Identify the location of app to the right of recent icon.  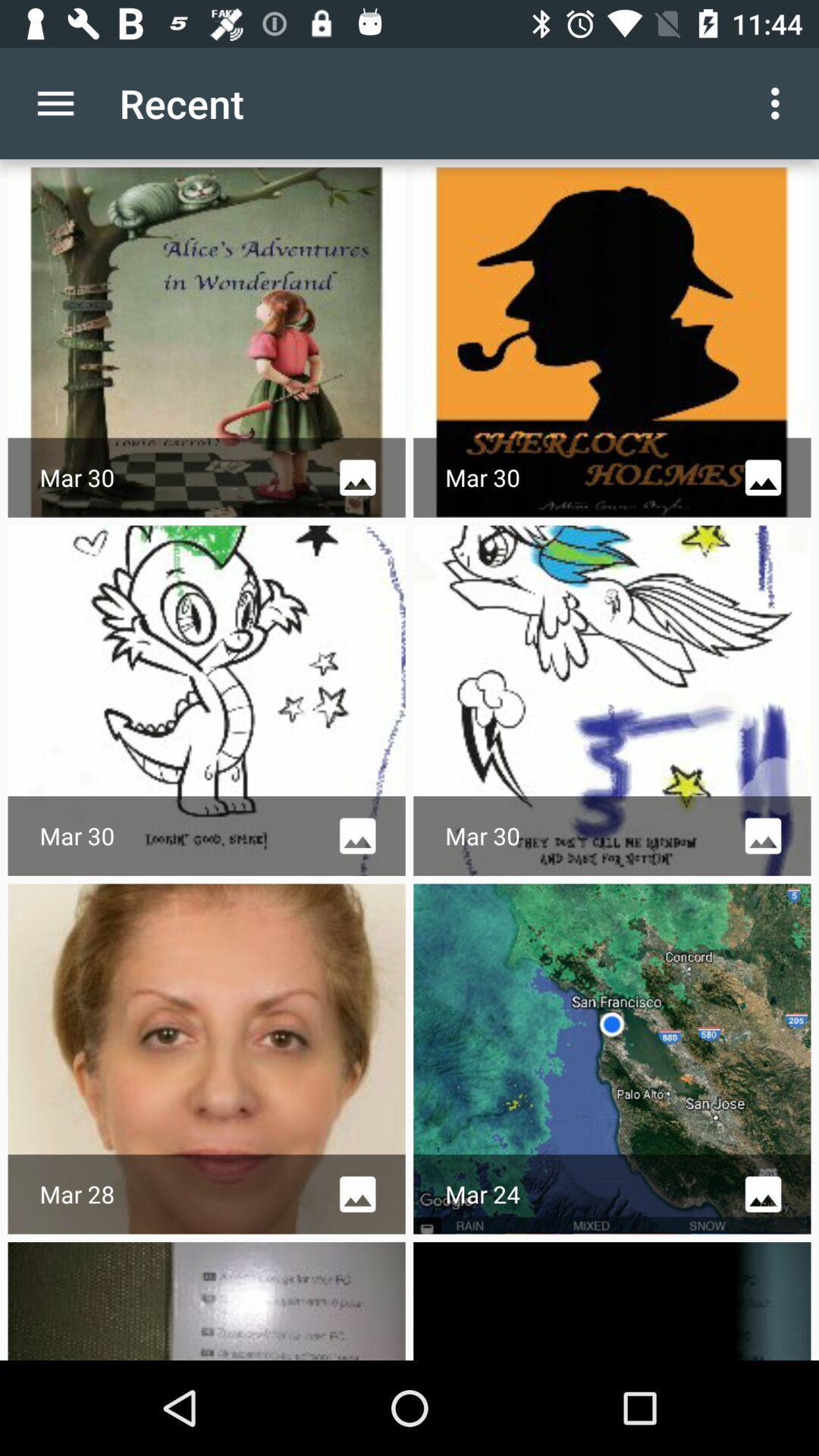
(779, 102).